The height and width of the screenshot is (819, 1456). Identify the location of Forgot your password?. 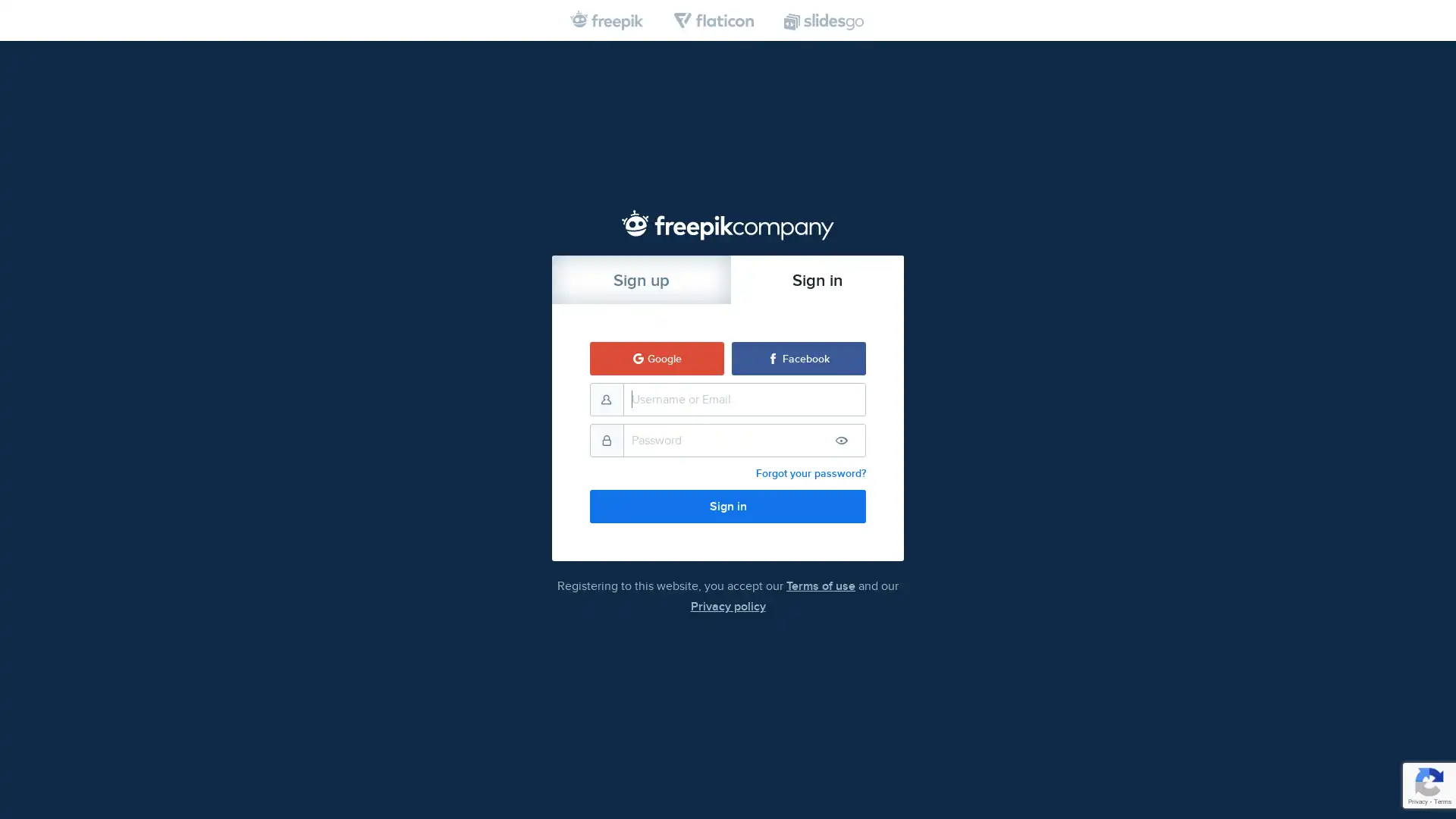
(810, 472).